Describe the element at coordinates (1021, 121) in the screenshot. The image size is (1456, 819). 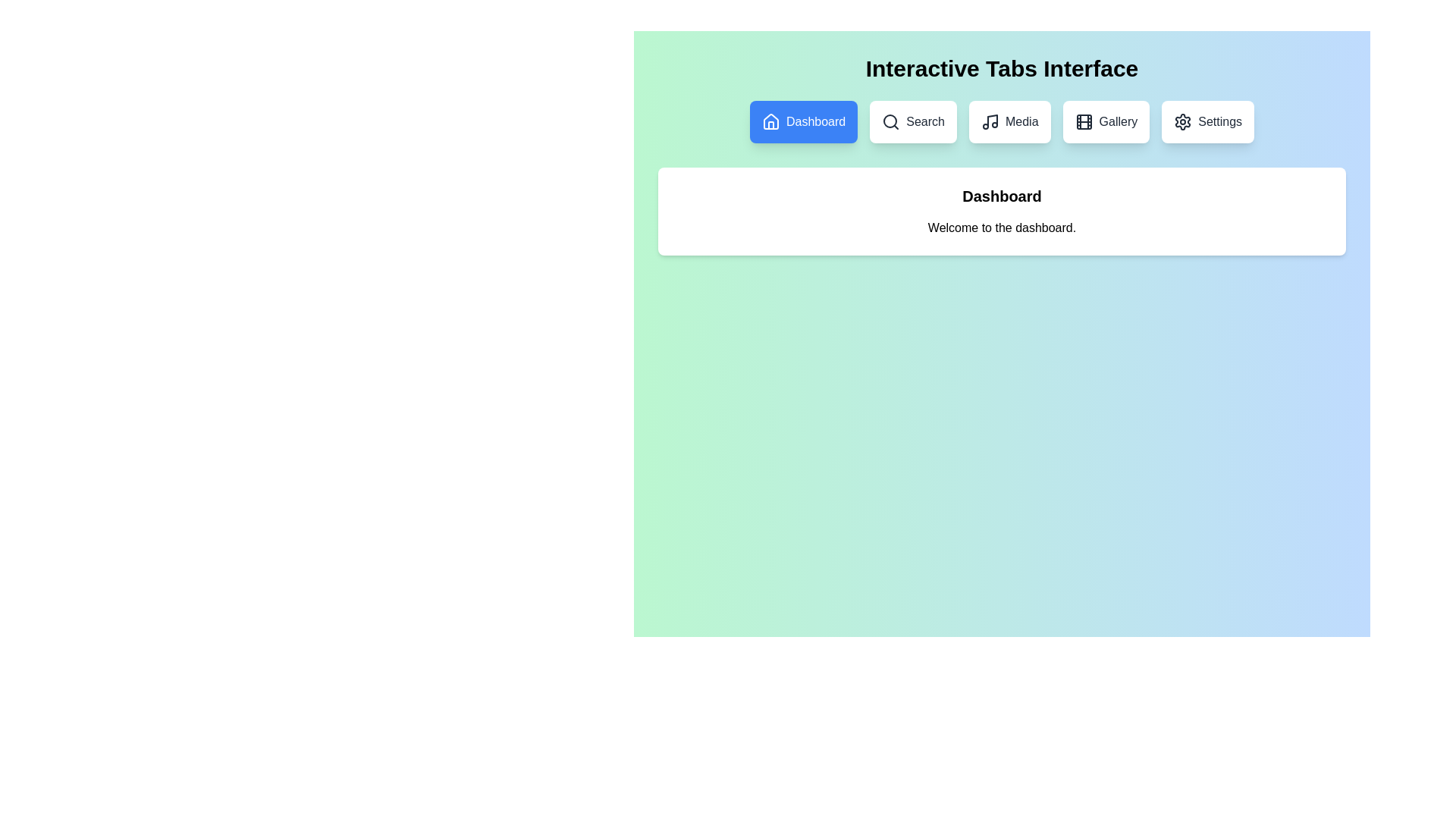
I see `the fourth button labeled for media access, positioned horizontally among other buttons including 'Dashboard', 'Search', and 'Media', ensuring it is the intended target for interaction` at that location.